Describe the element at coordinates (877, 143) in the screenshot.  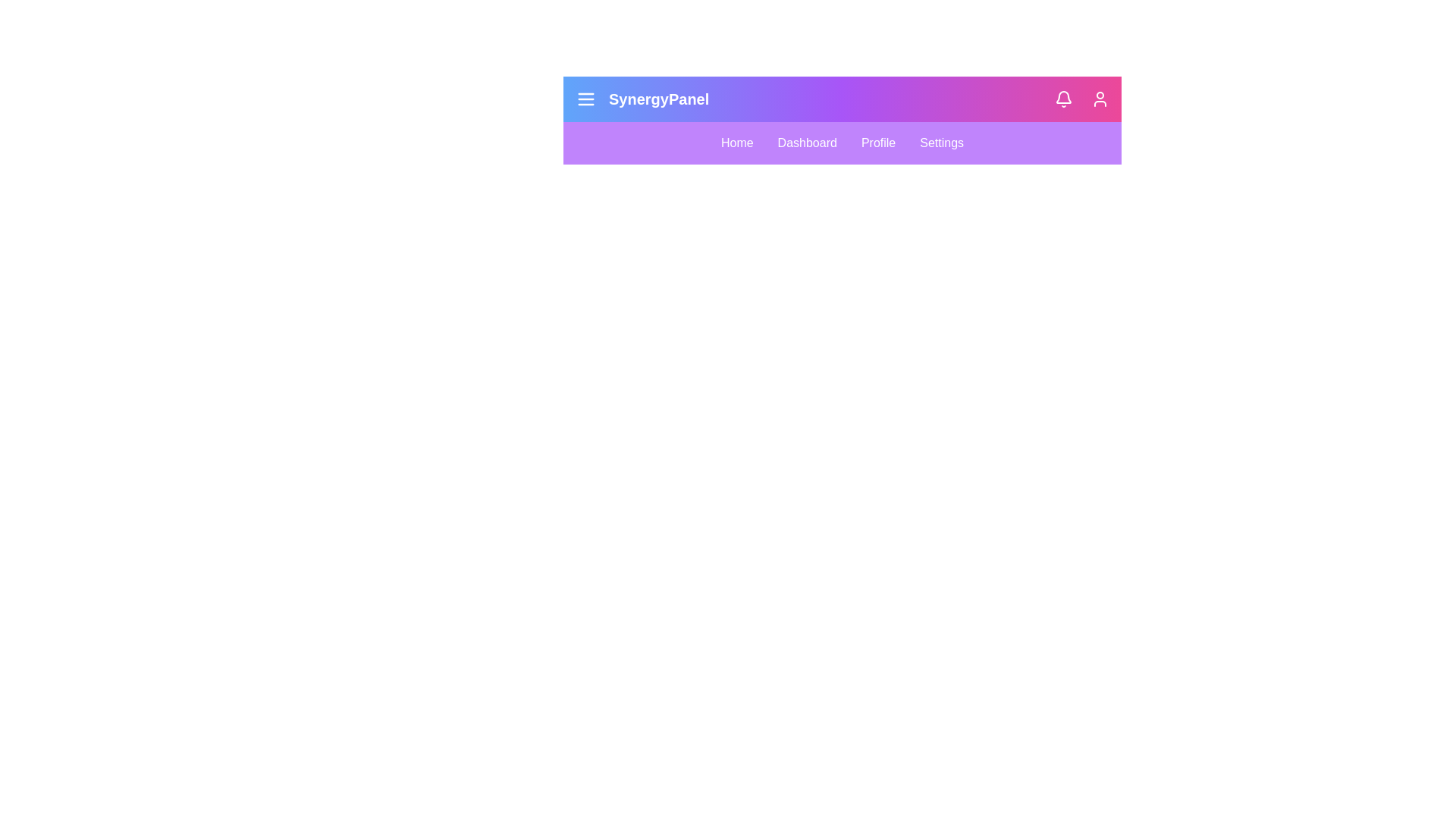
I see `the navigation link labeled Profile to observe its hover effect` at that location.